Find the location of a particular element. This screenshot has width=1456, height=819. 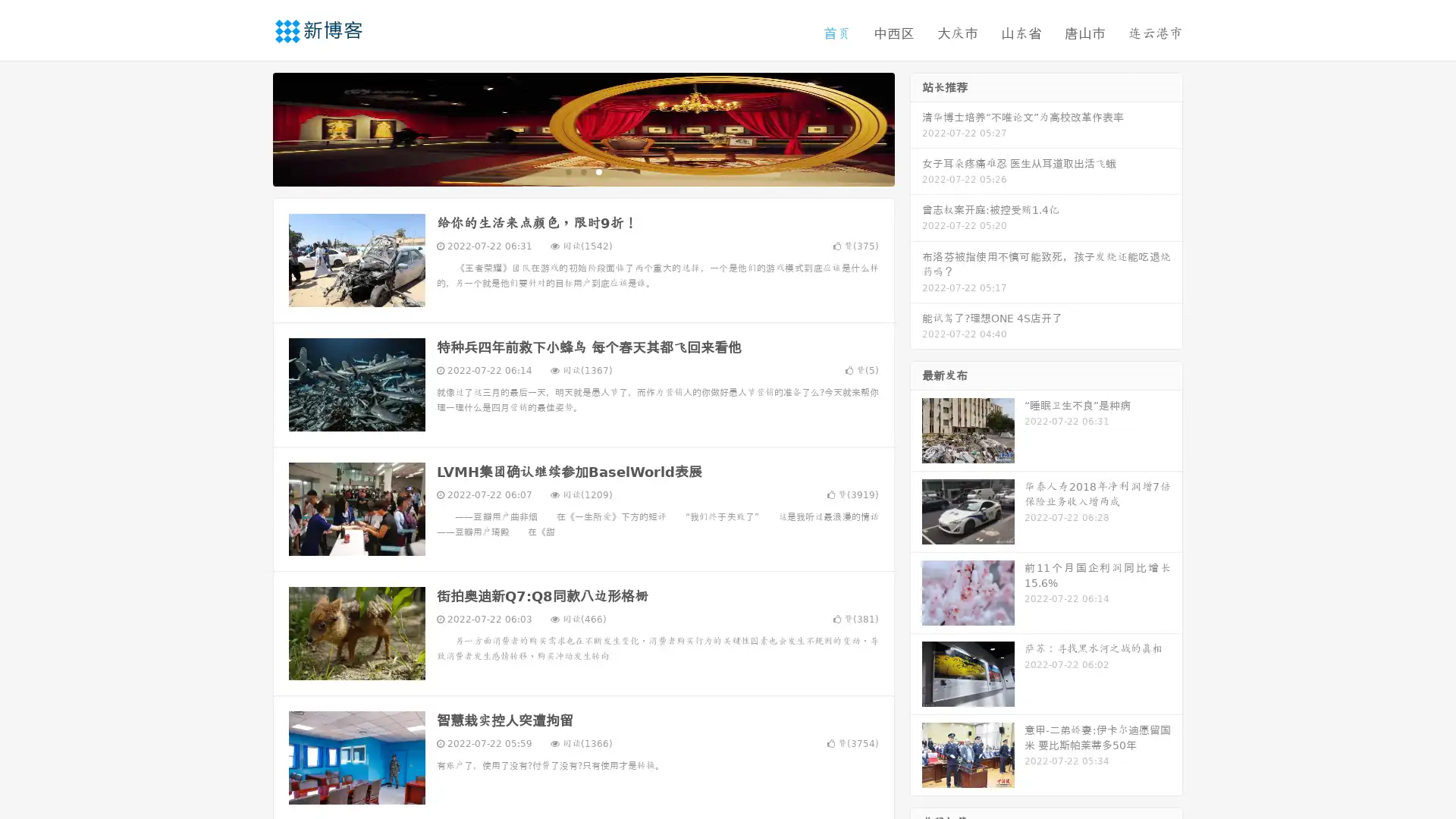

Next slide is located at coordinates (916, 127).